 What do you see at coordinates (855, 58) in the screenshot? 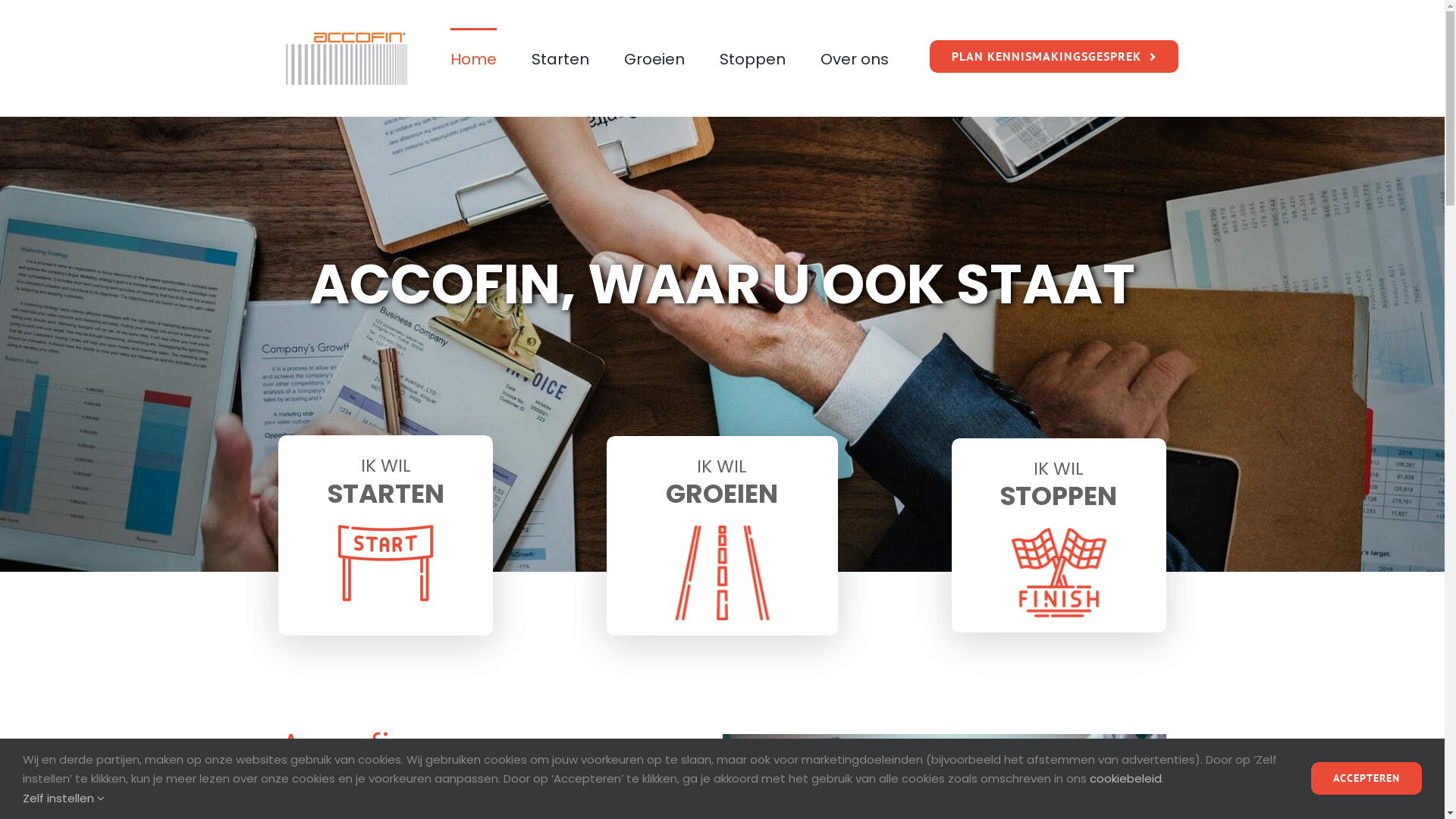
I see `'Over ons'` at bounding box center [855, 58].